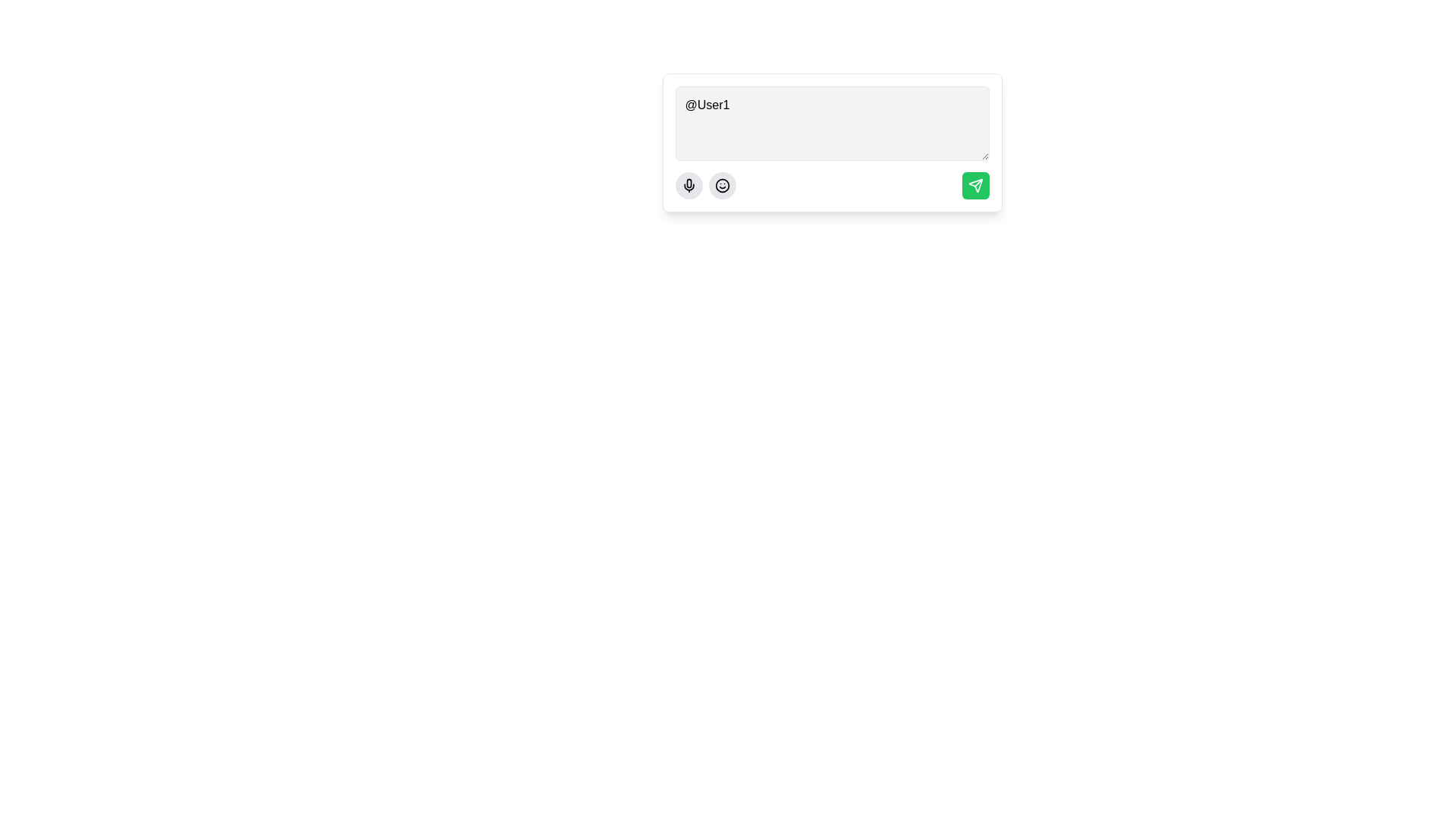 This screenshot has height=819, width=1456. Describe the element at coordinates (975, 185) in the screenshot. I see `the send icon located inside the green rounded rectangular button at the bottom-right corner of the interface` at that location.